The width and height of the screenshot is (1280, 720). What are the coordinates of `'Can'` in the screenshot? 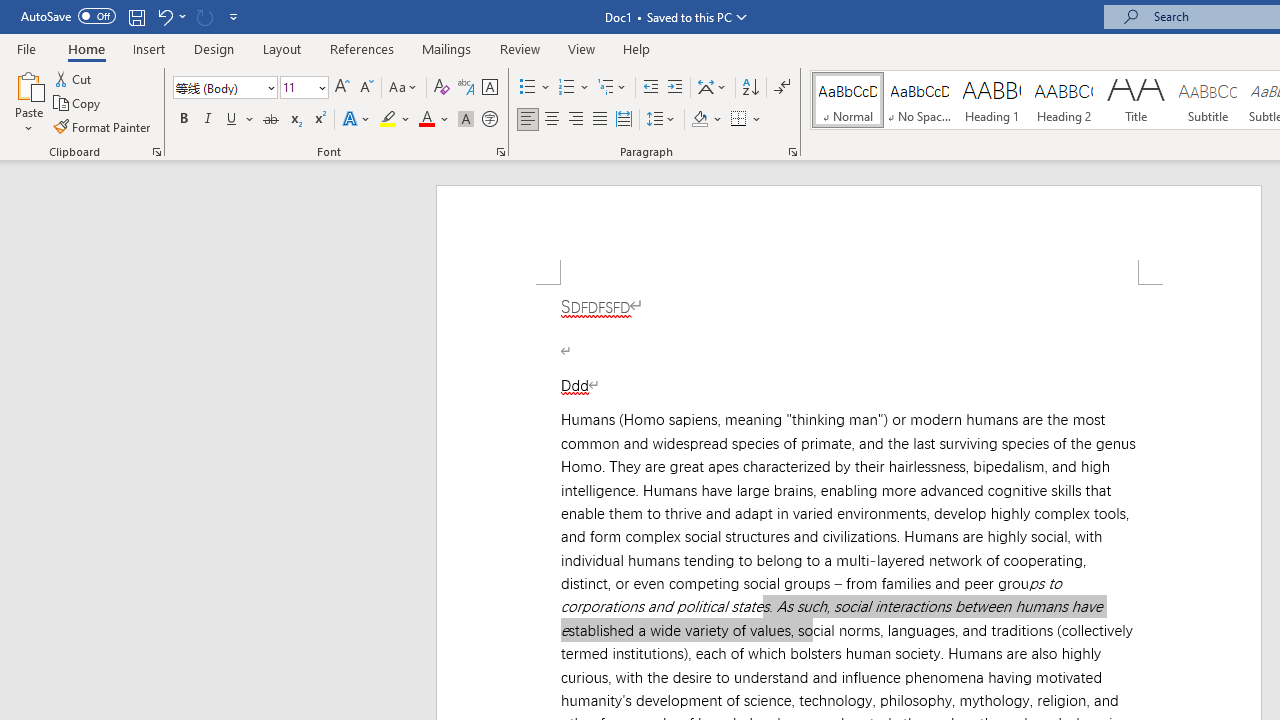 It's located at (204, 16).